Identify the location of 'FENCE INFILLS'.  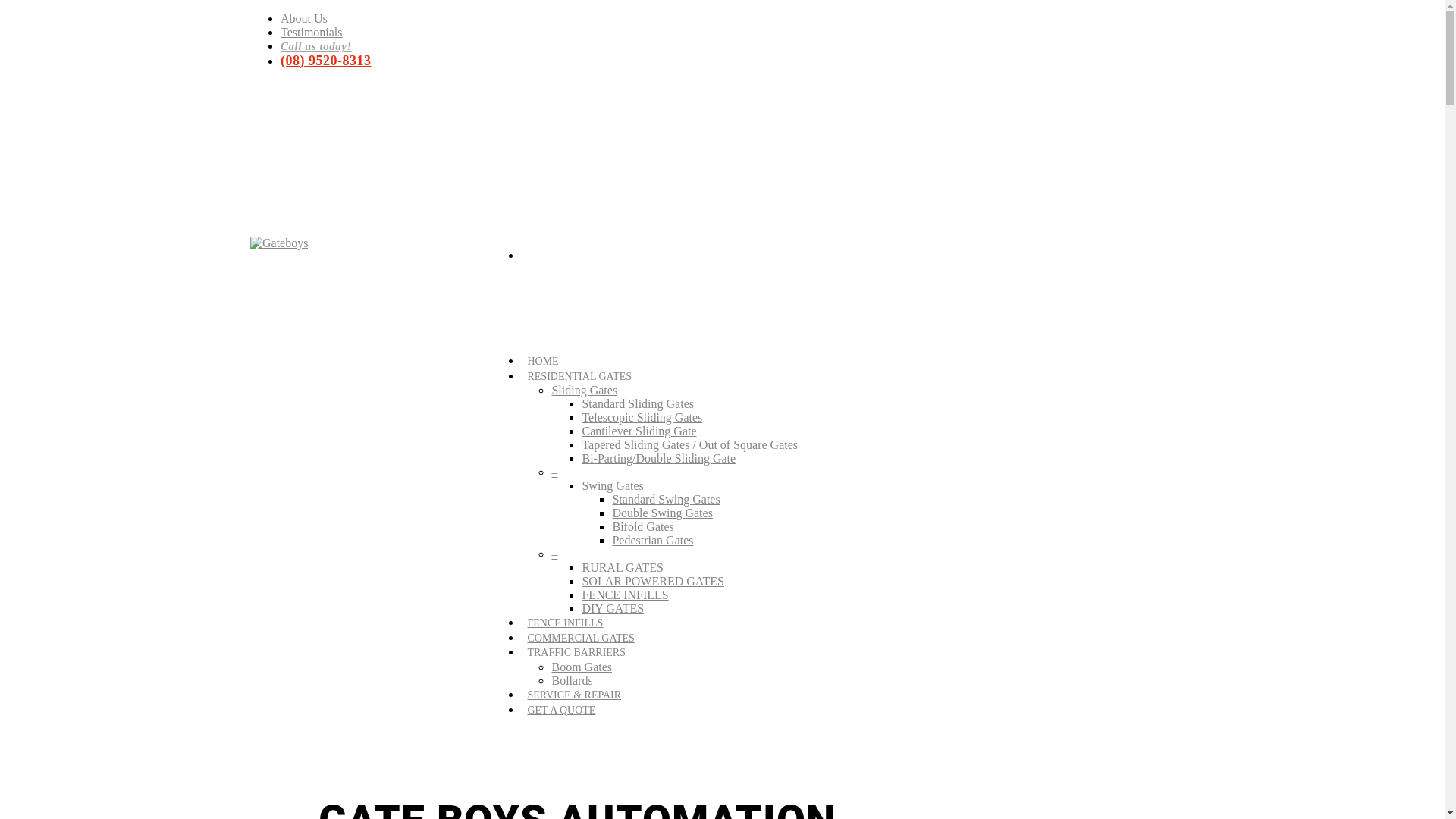
(527, 626).